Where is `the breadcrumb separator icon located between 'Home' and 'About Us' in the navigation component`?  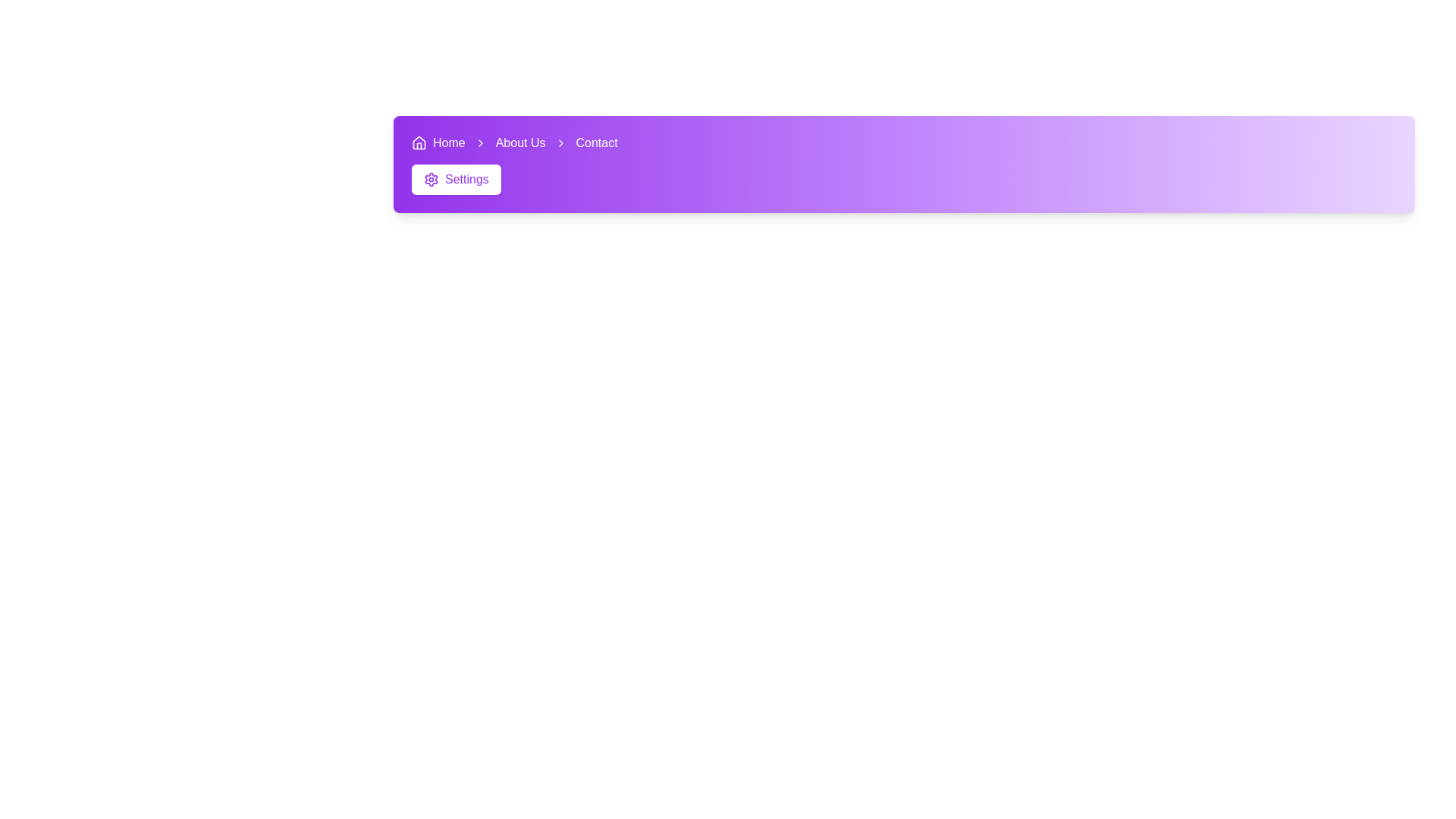
the breadcrumb separator icon located between 'Home' and 'About Us' in the navigation component is located at coordinates (479, 143).